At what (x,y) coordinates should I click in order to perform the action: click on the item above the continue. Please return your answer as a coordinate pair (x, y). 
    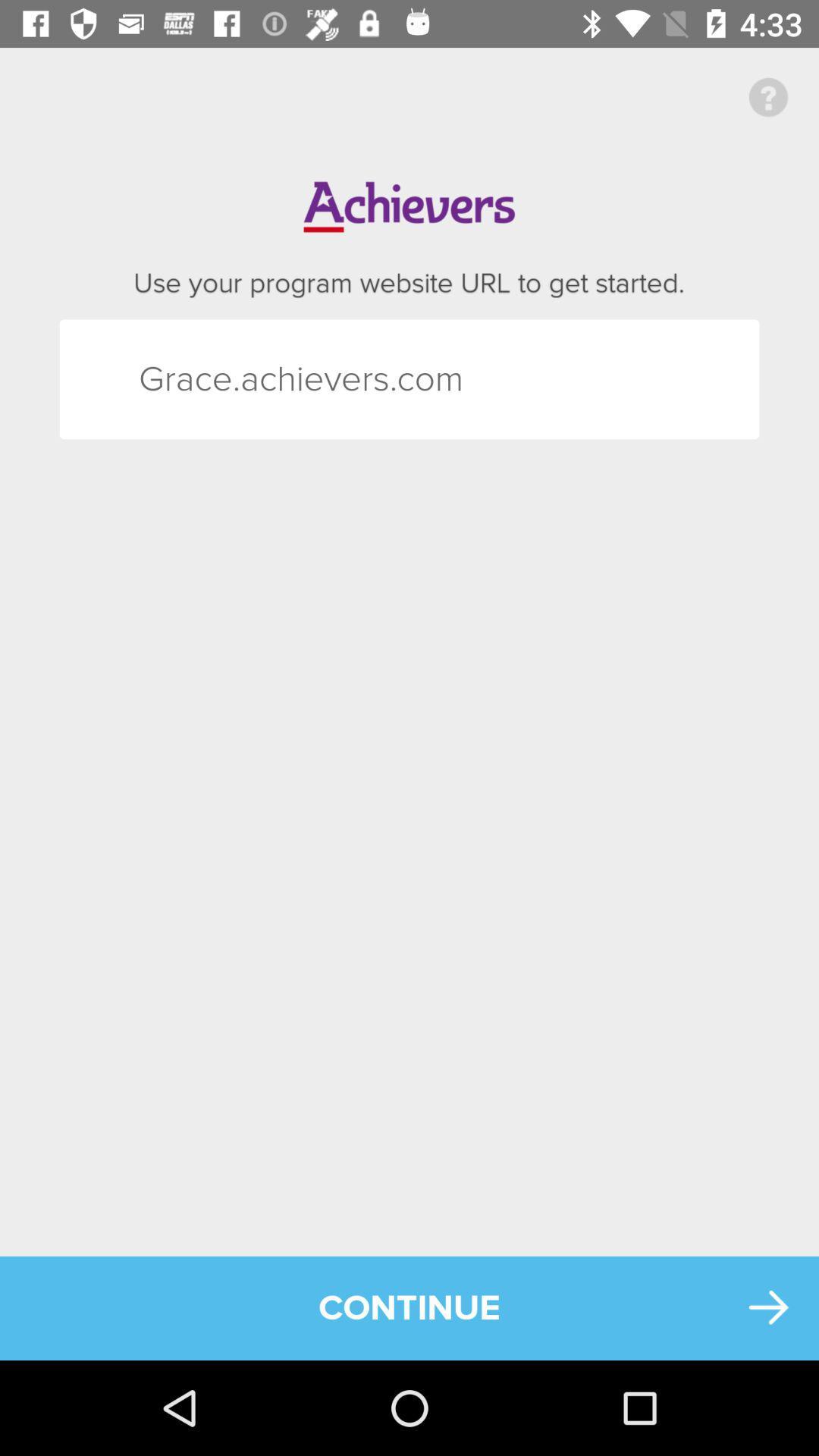
    Looking at the image, I should click on (166, 379).